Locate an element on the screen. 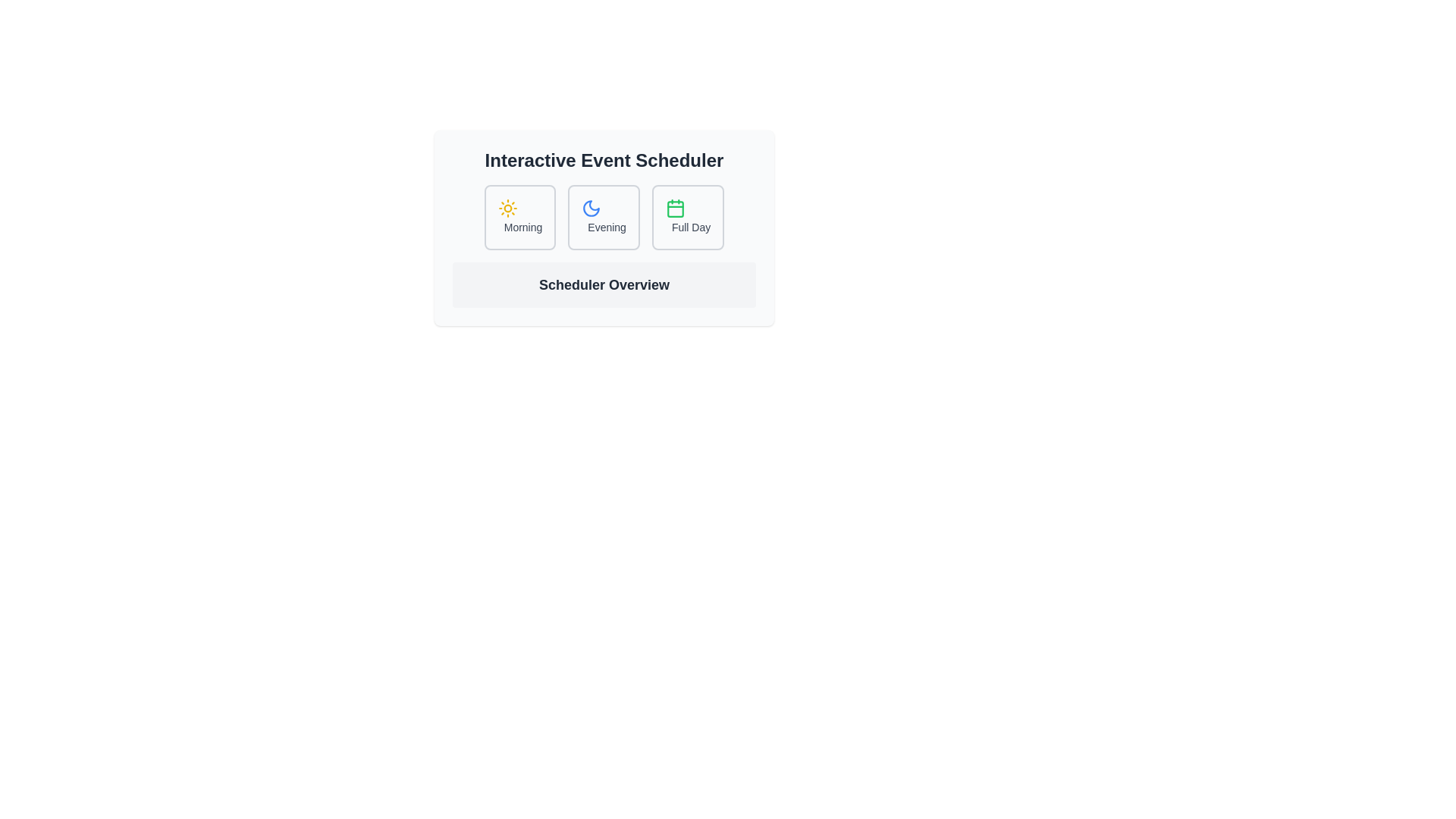 The height and width of the screenshot is (819, 1456). the crescent moon icon, which is the second icon from the left in the row of three icons under the 'Interactive Event Scheduler' title is located at coordinates (591, 208).